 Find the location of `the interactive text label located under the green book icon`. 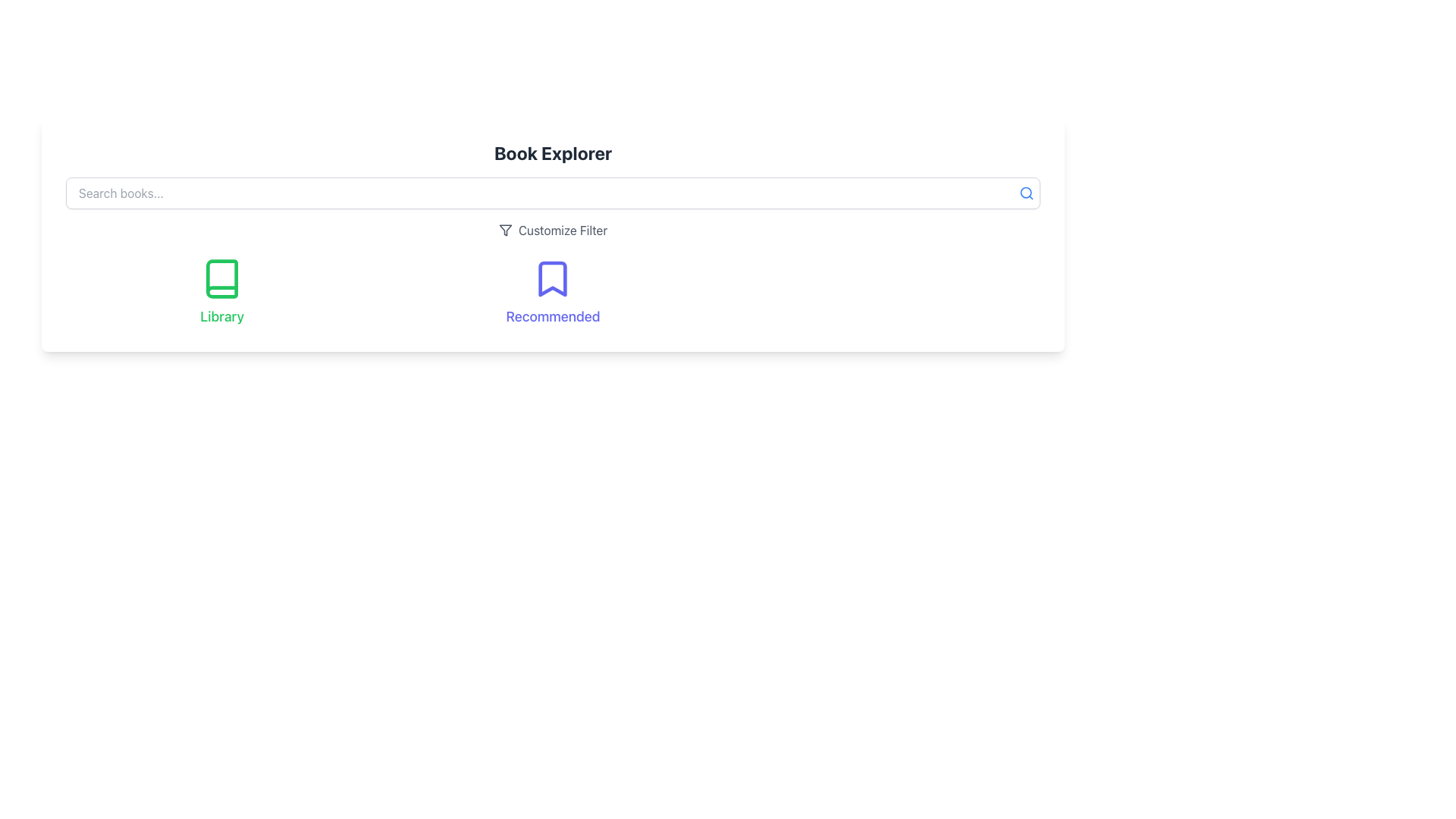

the interactive text label located under the green book icon is located at coordinates (221, 315).